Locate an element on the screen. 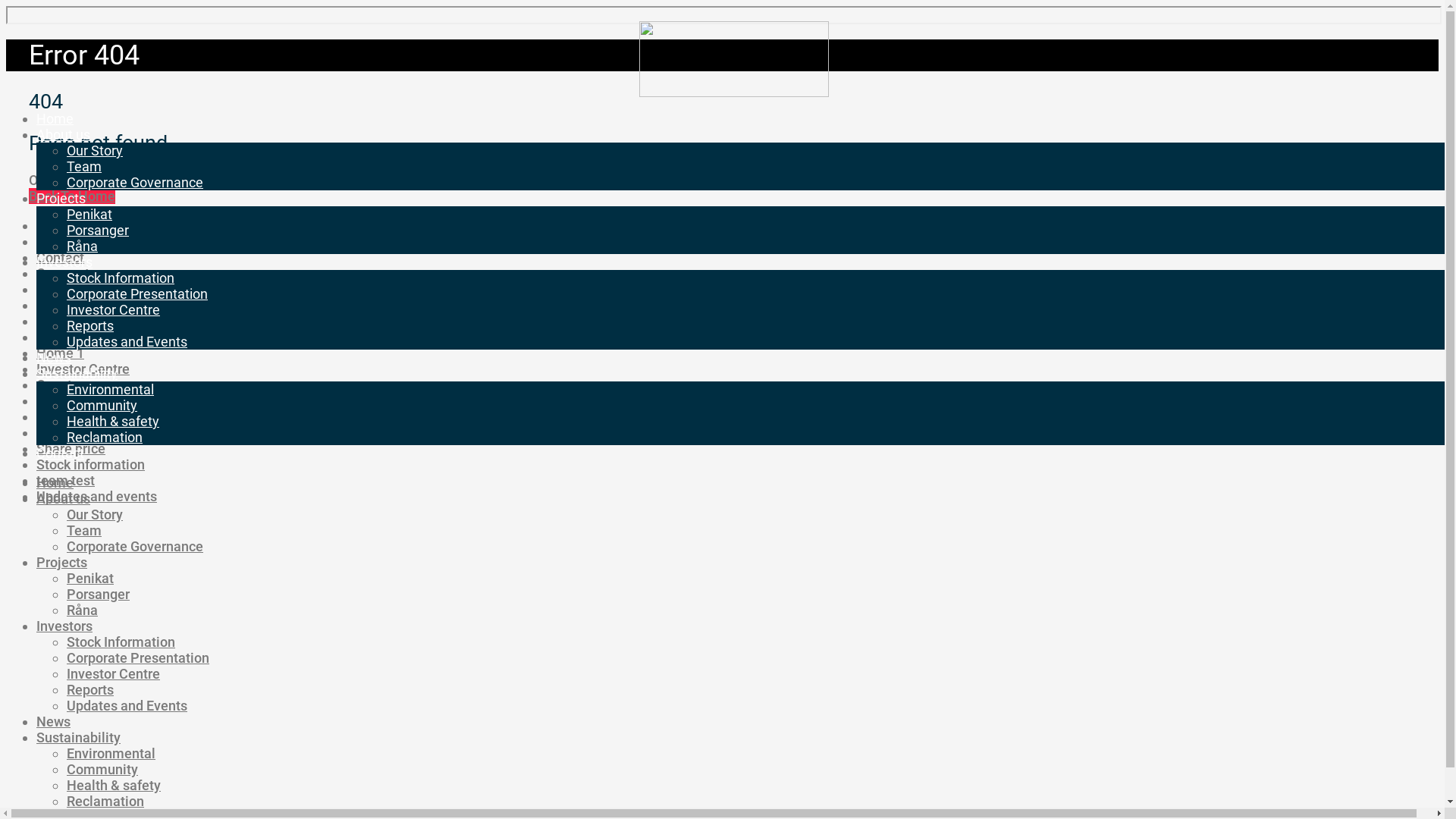 This screenshot has height=819, width=1456. 'team test' is located at coordinates (64, 480).